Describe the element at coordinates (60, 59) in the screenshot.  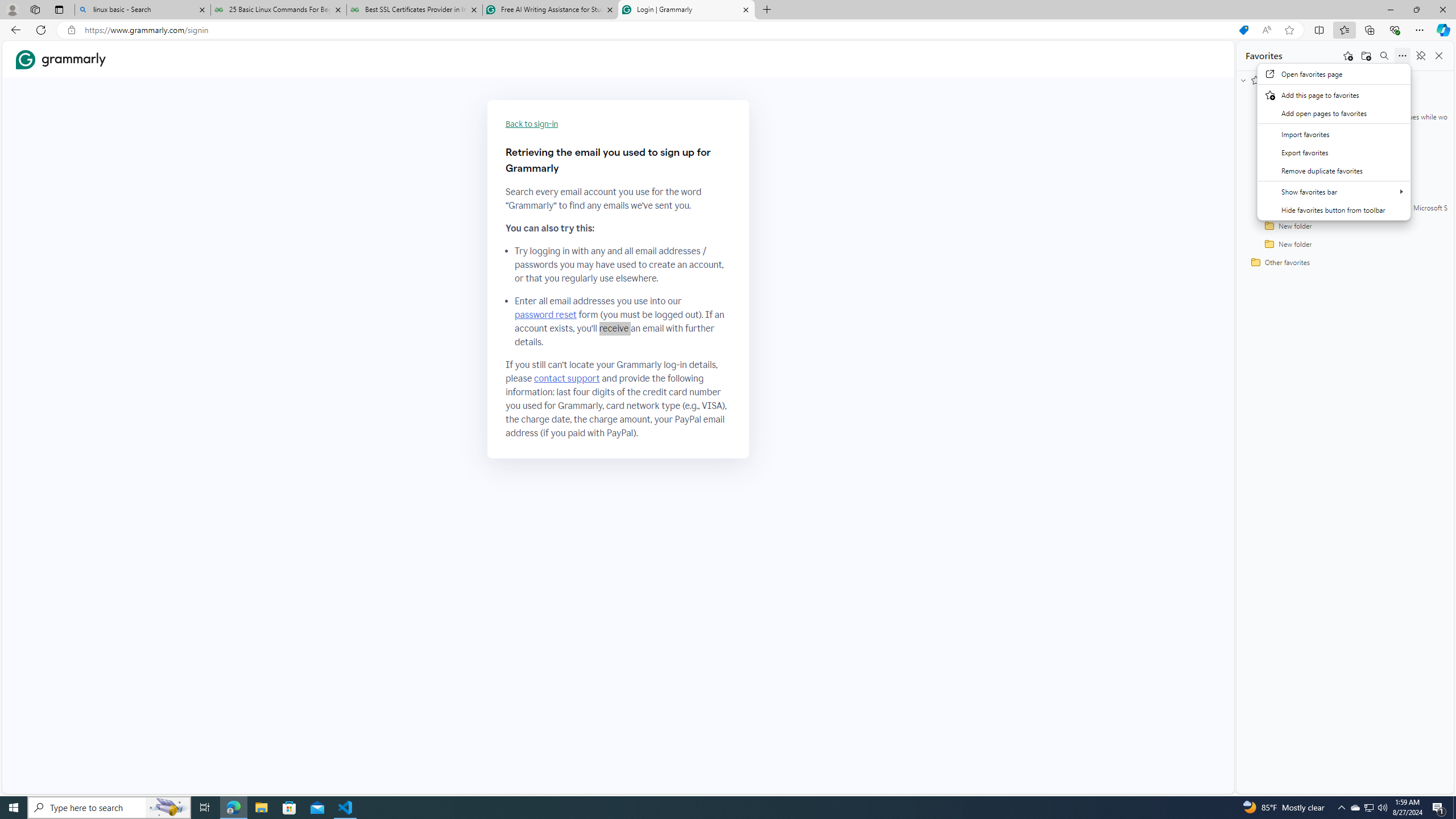
I see `'Grammarly Home'` at that location.